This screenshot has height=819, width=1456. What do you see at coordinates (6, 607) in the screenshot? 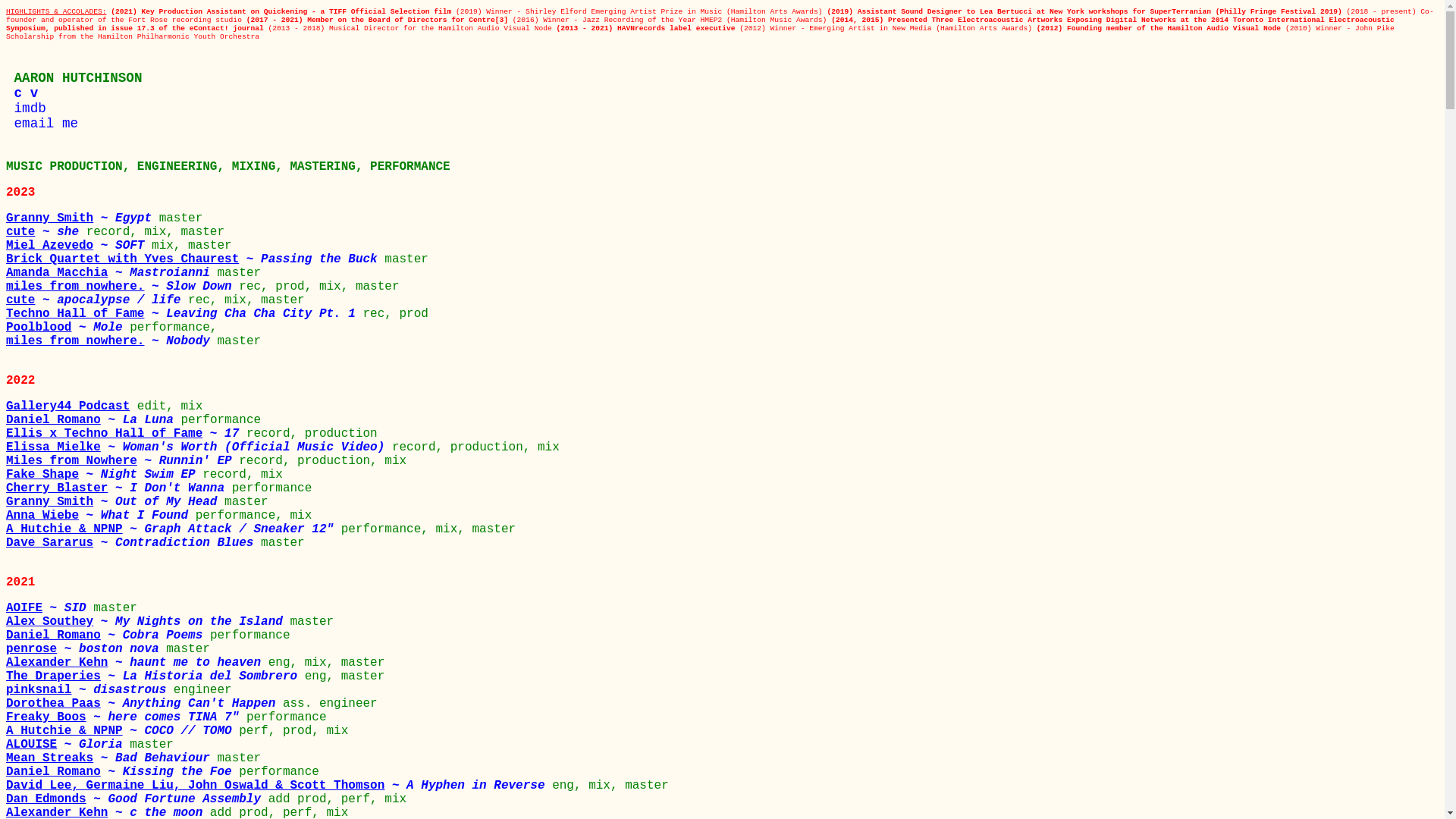
I see `'AOIFE ~ SID'` at bounding box center [6, 607].